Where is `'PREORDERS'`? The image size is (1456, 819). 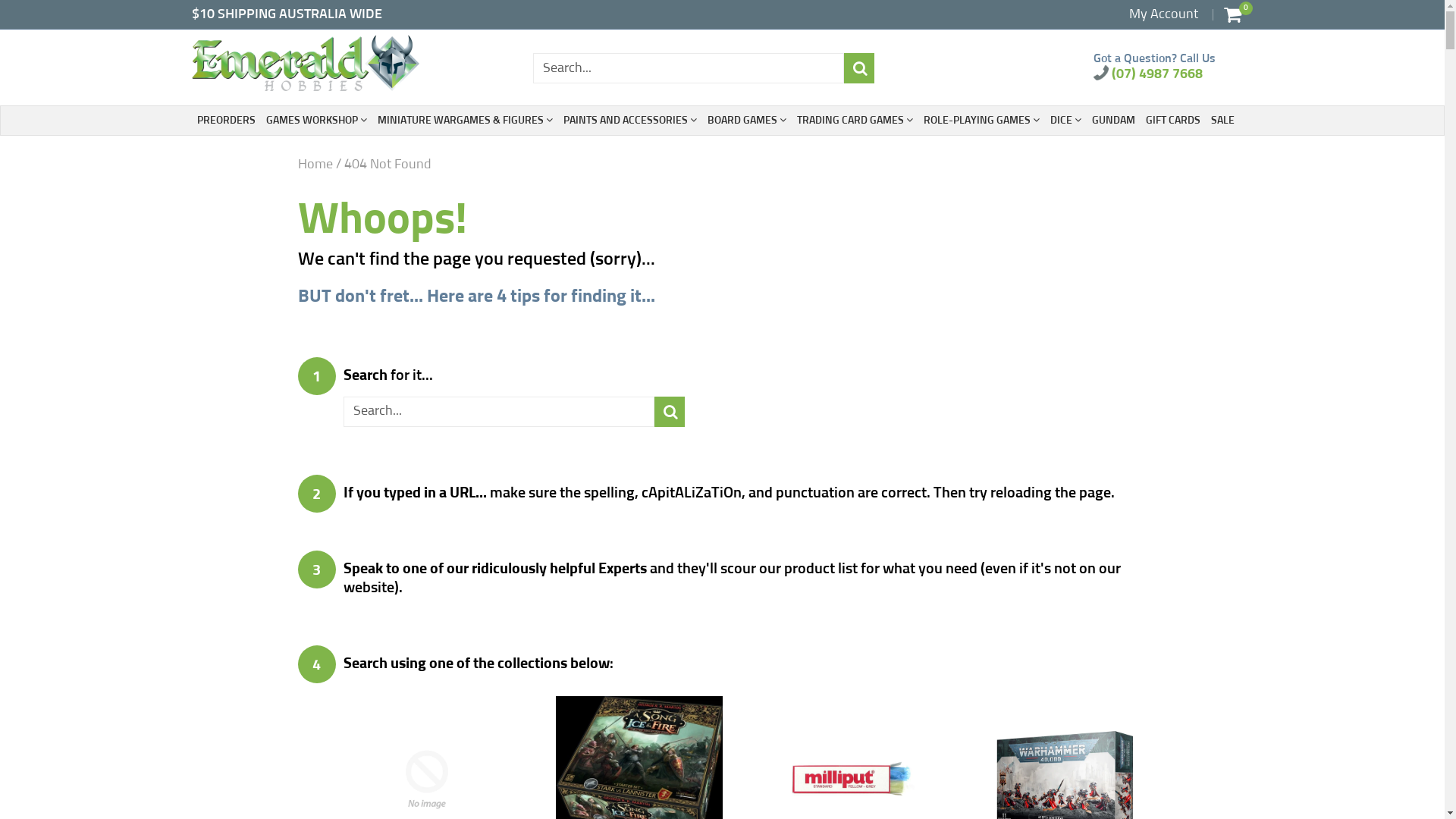
'PREORDERS' is located at coordinates (225, 119).